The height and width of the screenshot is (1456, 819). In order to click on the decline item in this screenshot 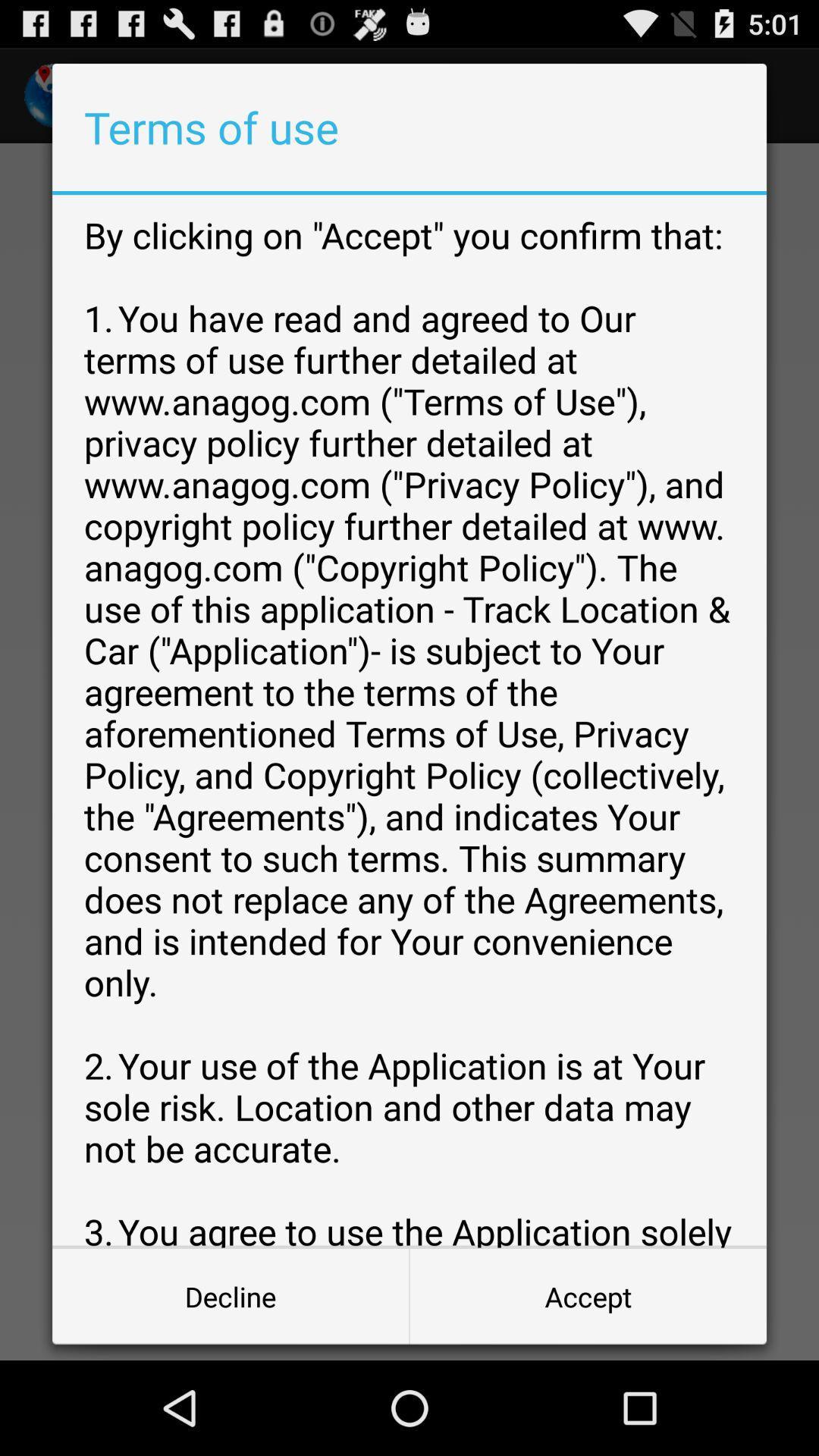, I will do `click(231, 1295)`.